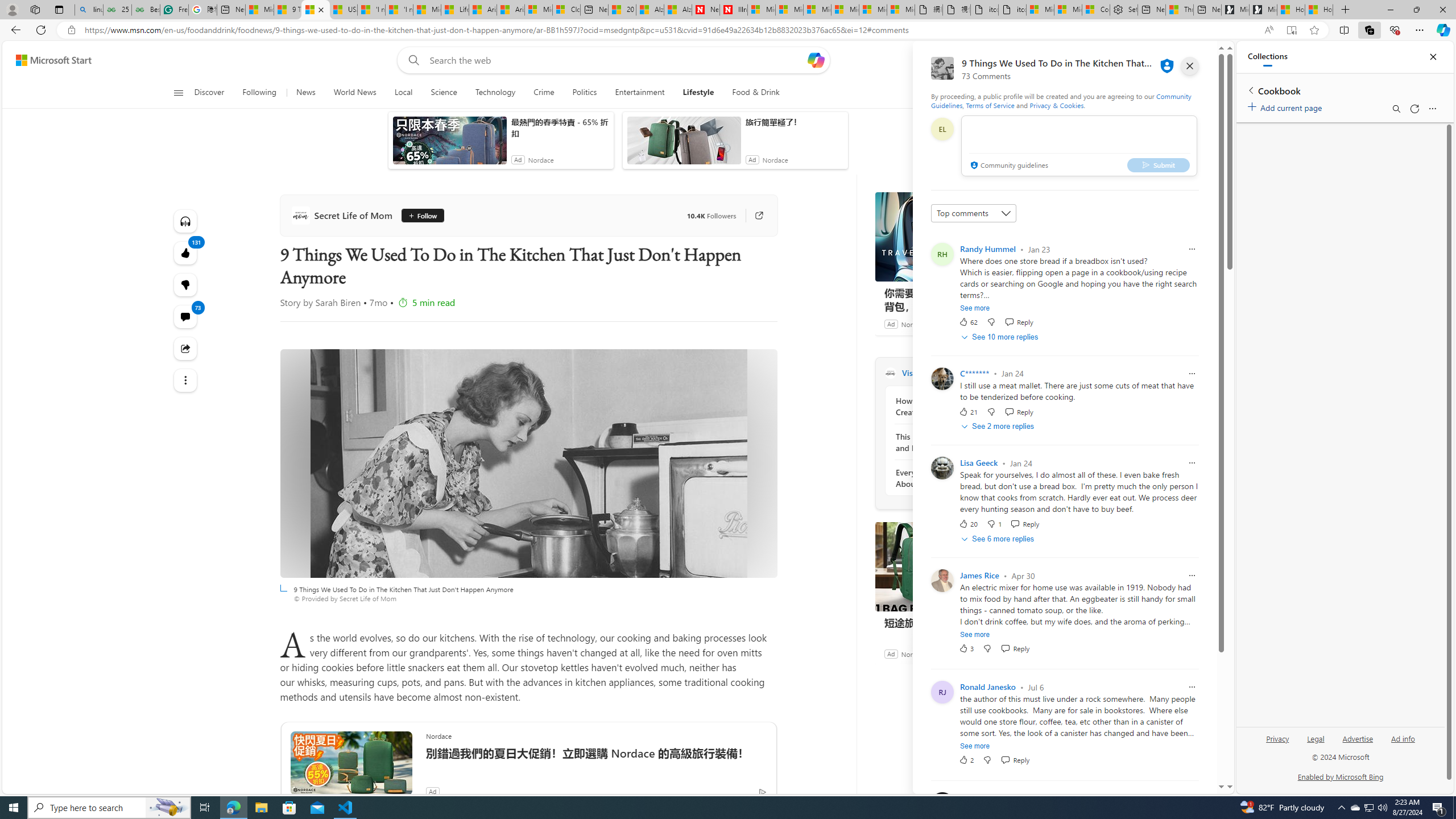  Describe the element at coordinates (1008, 166) in the screenshot. I see `'Community guidelines'` at that location.